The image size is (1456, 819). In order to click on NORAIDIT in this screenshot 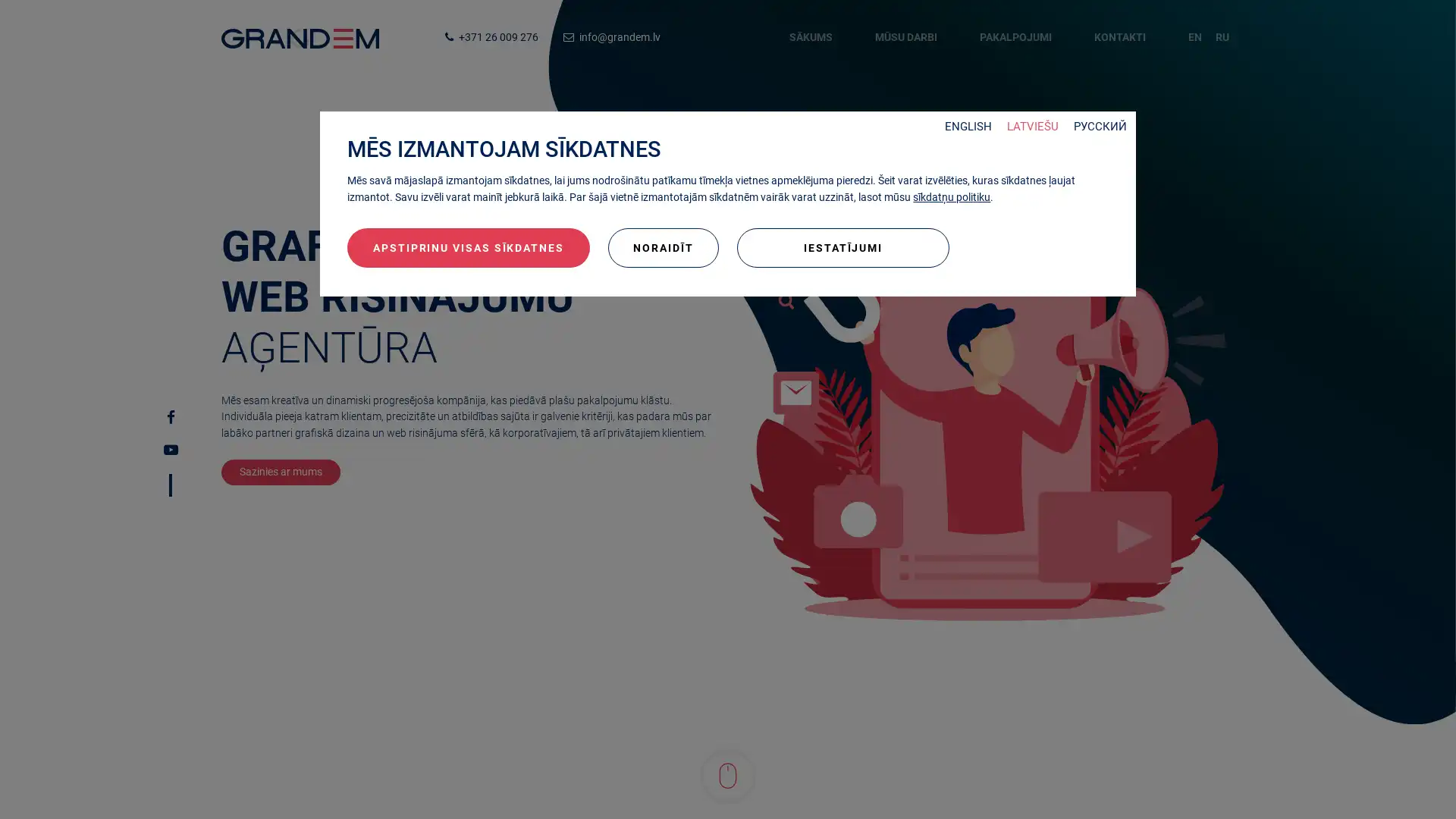, I will do `click(663, 247)`.